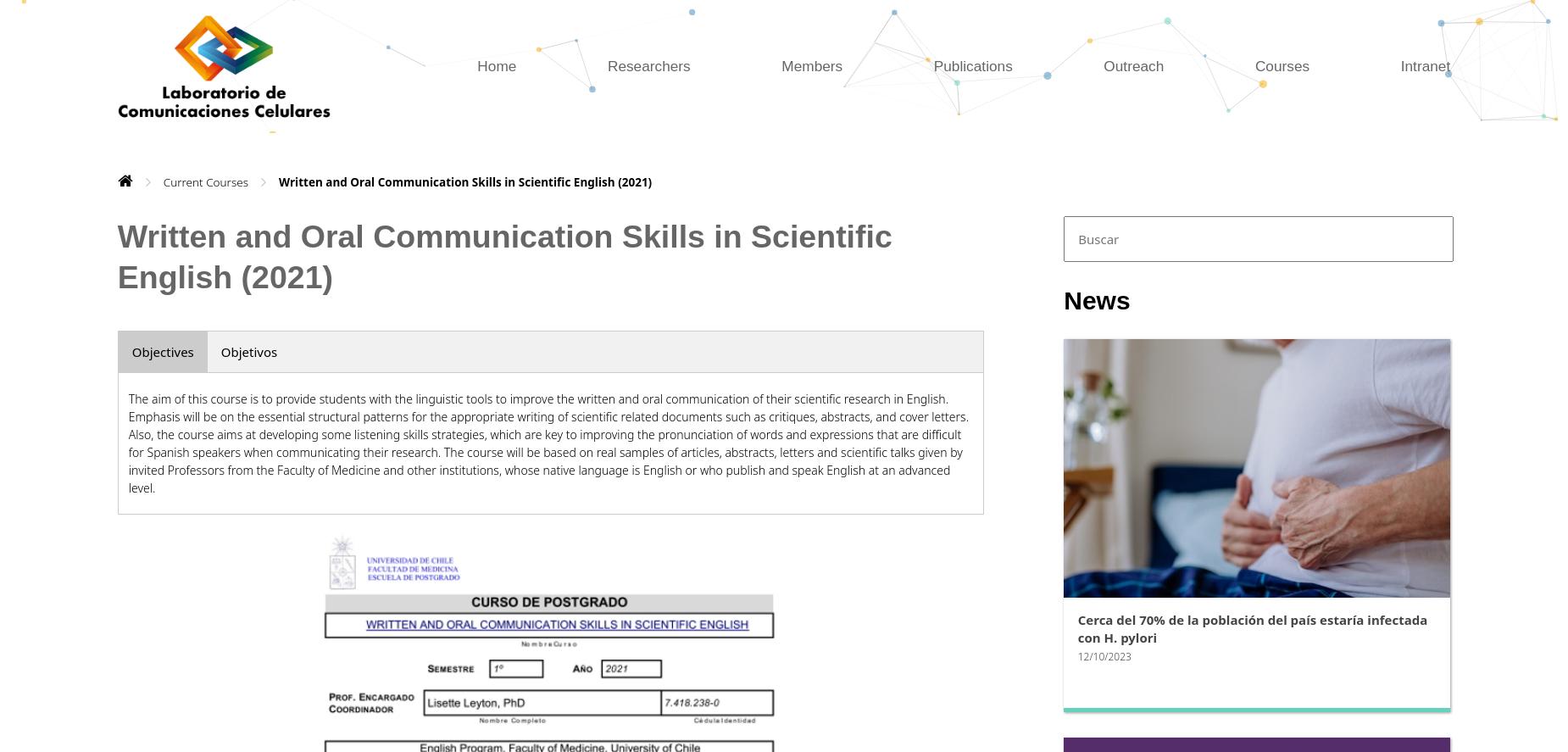 This screenshot has height=752, width=1568. What do you see at coordinates (161, 350) in the screenshot?
I see `'Objectives'` at bounding box center [161, 350].